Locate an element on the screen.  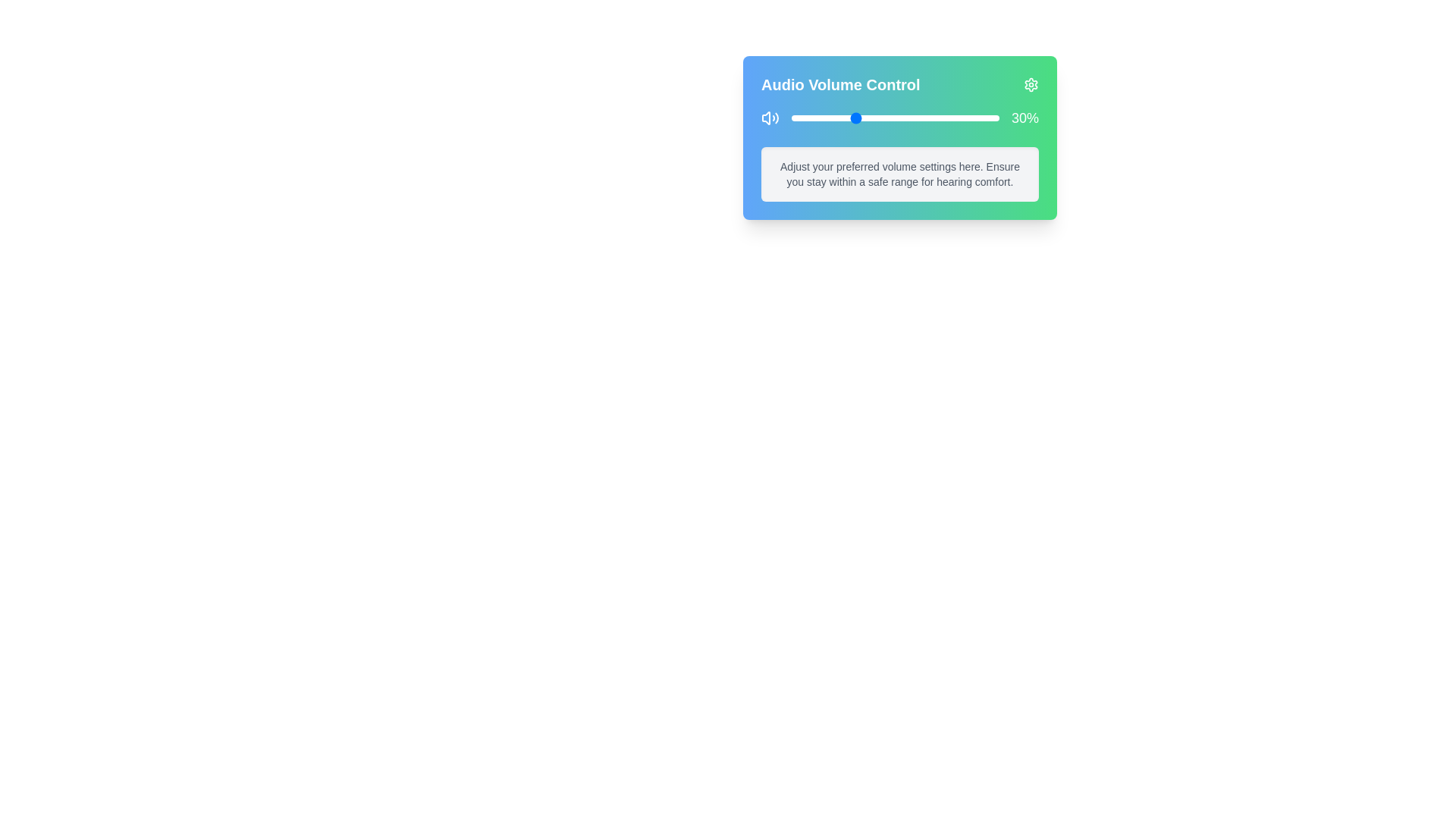
the informational text area to ensure it is readable is located at coordinates (899, 174).